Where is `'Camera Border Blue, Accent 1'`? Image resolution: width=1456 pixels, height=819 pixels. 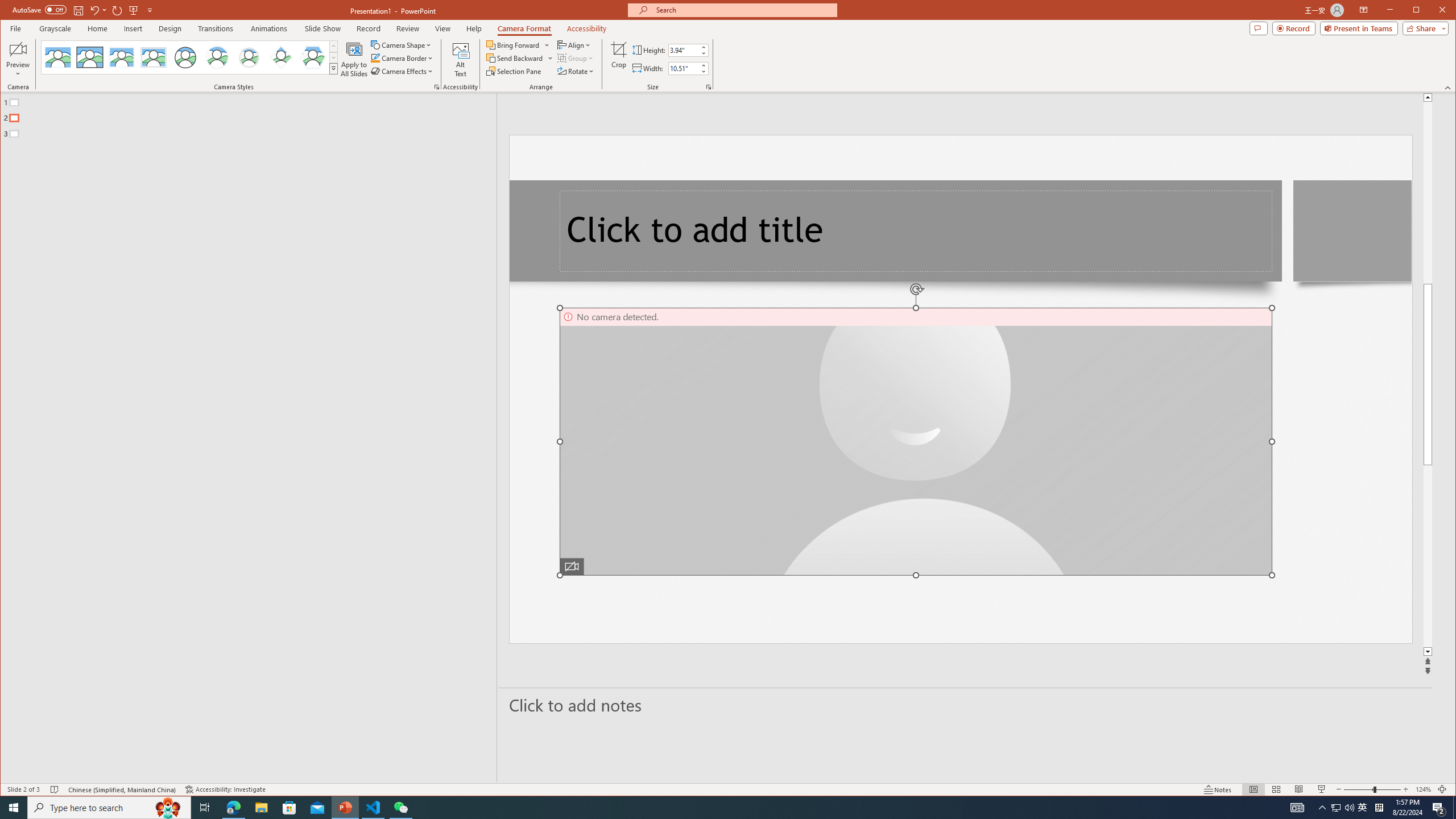 'Camera Border Blue, Accent 1' is located at coordinates (375, 58).